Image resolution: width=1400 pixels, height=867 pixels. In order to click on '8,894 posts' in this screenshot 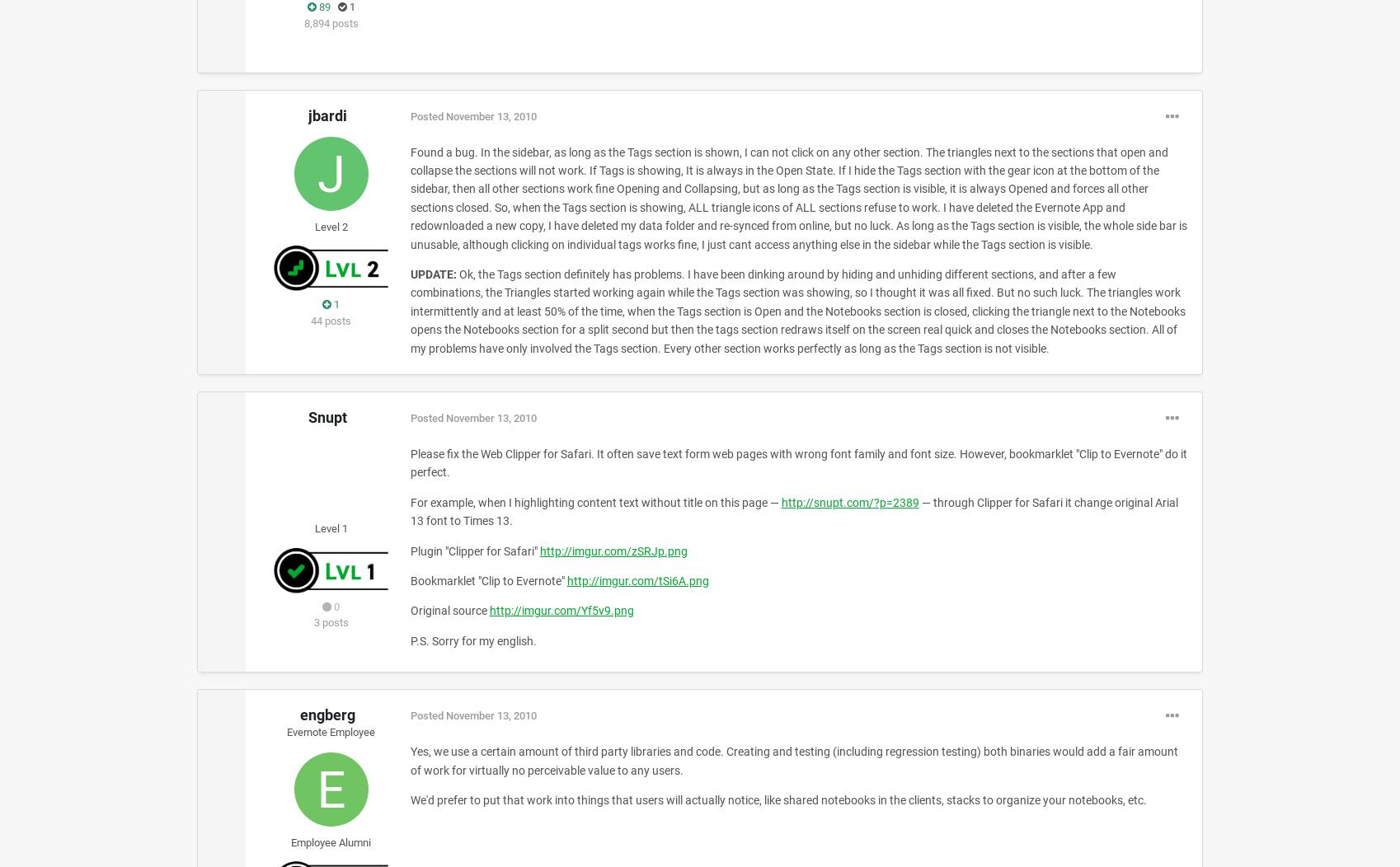, I will do `click(331, 22)`.